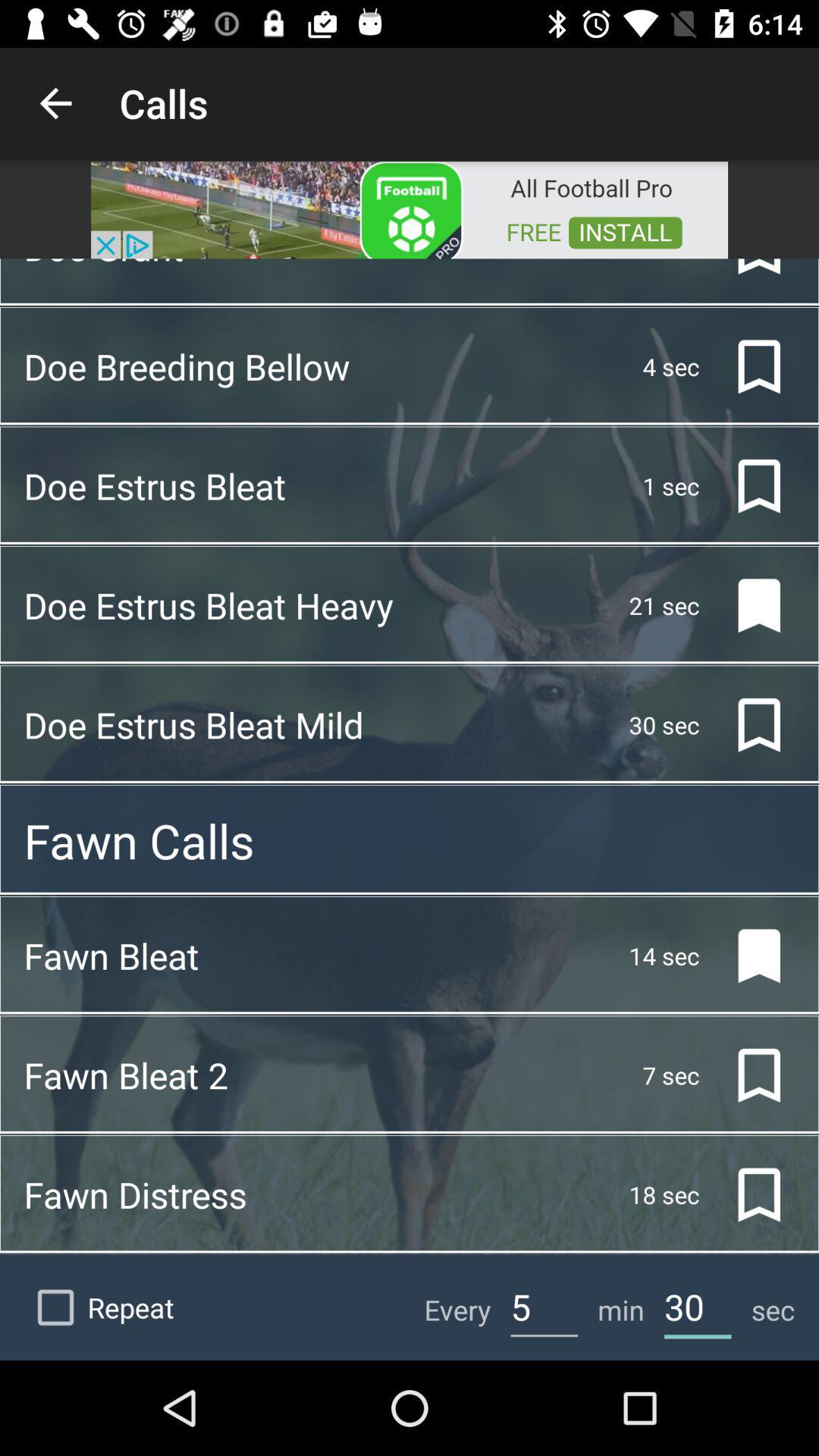 The width and height of the screenshot is (819, 1456). Describe the element at coordinates (746, 1194) in the screenshot. I see `the bookmark icon` at that location.